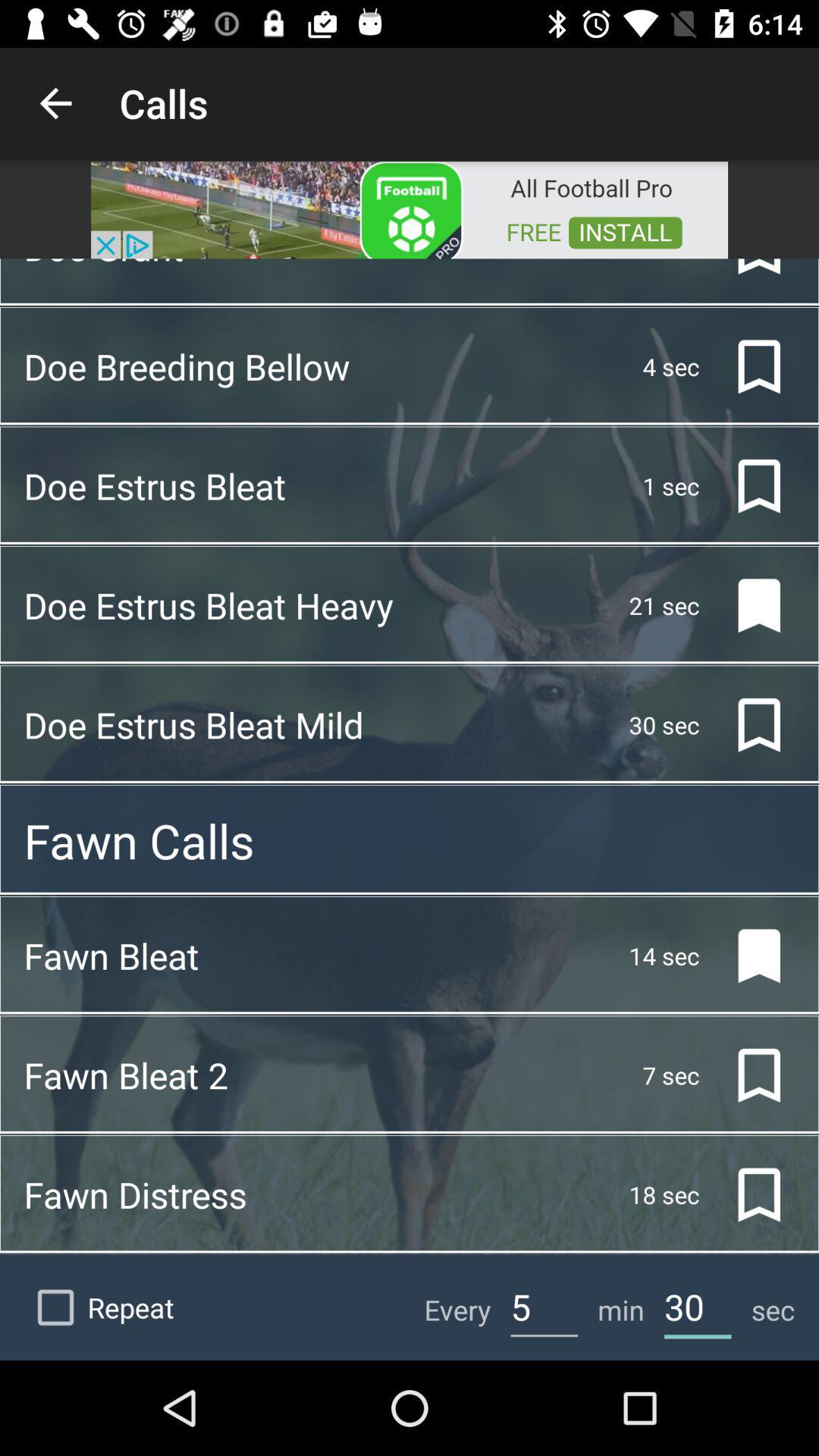 The width and height of the screenshot is (819, 1456). Describe the element at coordinates (746, 1194) in the screenshot. I see `the bookmark icon` at that location.